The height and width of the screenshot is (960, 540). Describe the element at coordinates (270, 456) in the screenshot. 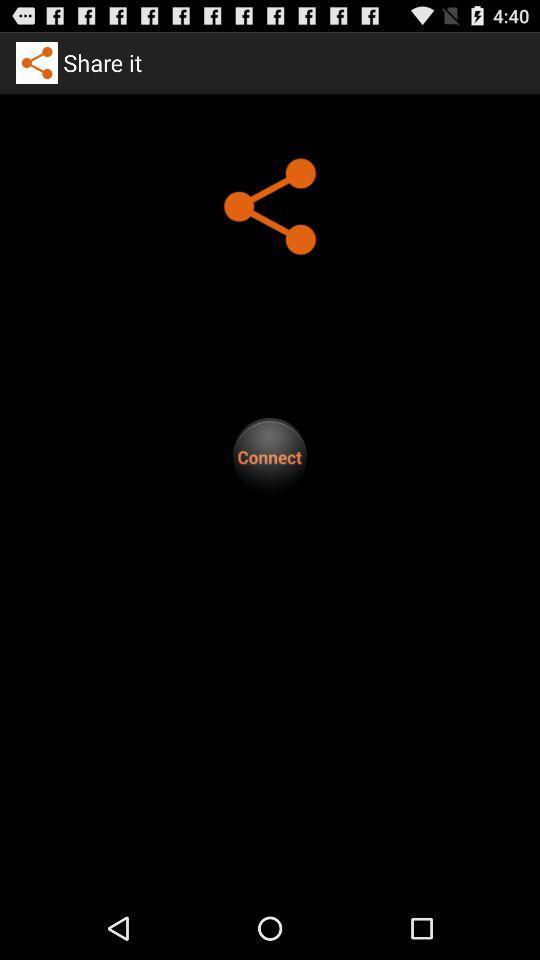

I see `connect share it option` at that location.